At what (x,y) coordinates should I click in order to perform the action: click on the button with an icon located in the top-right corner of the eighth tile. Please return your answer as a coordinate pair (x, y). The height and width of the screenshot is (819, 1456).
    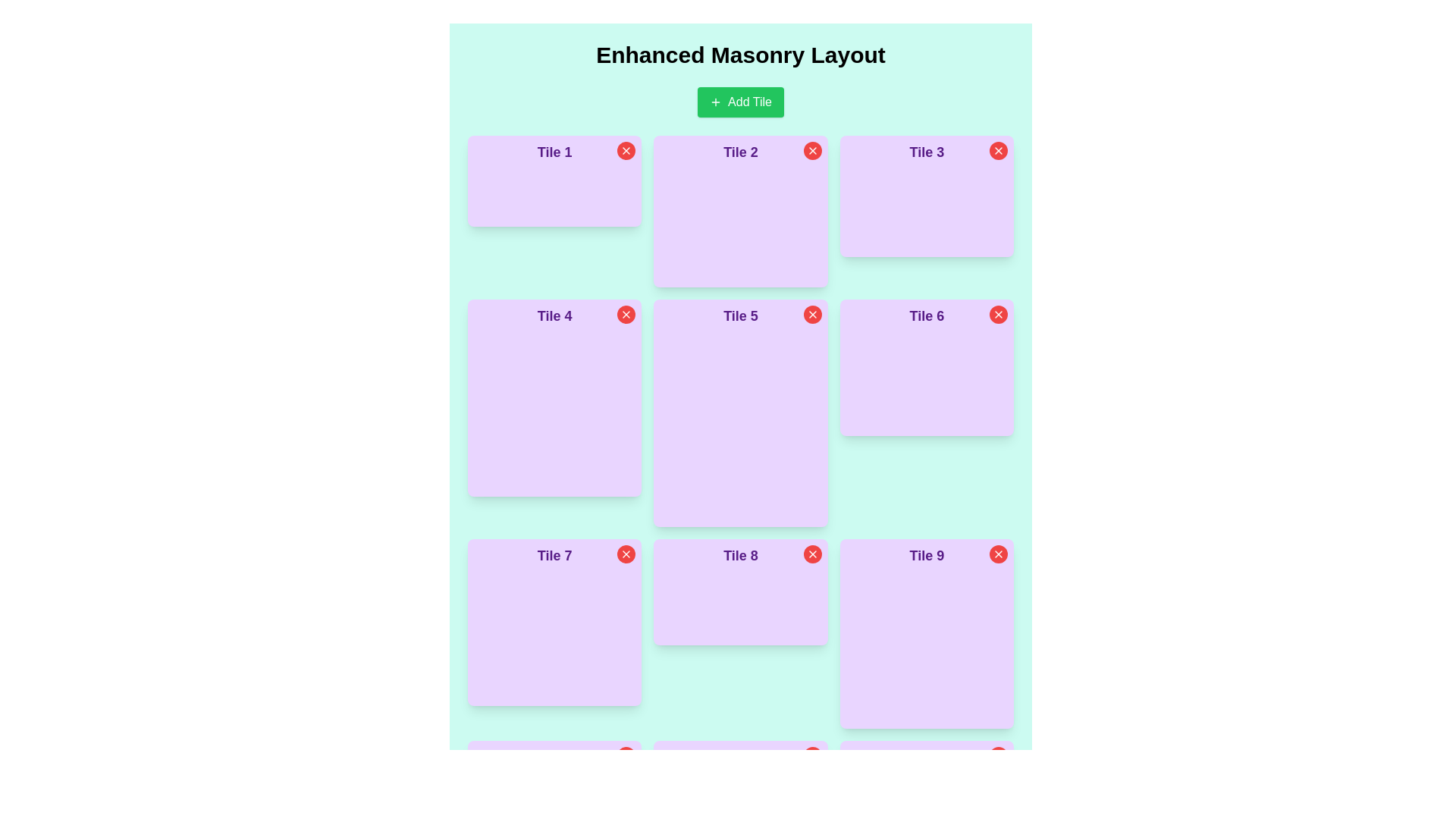
    Looking at the image, I should click on (811, 554).